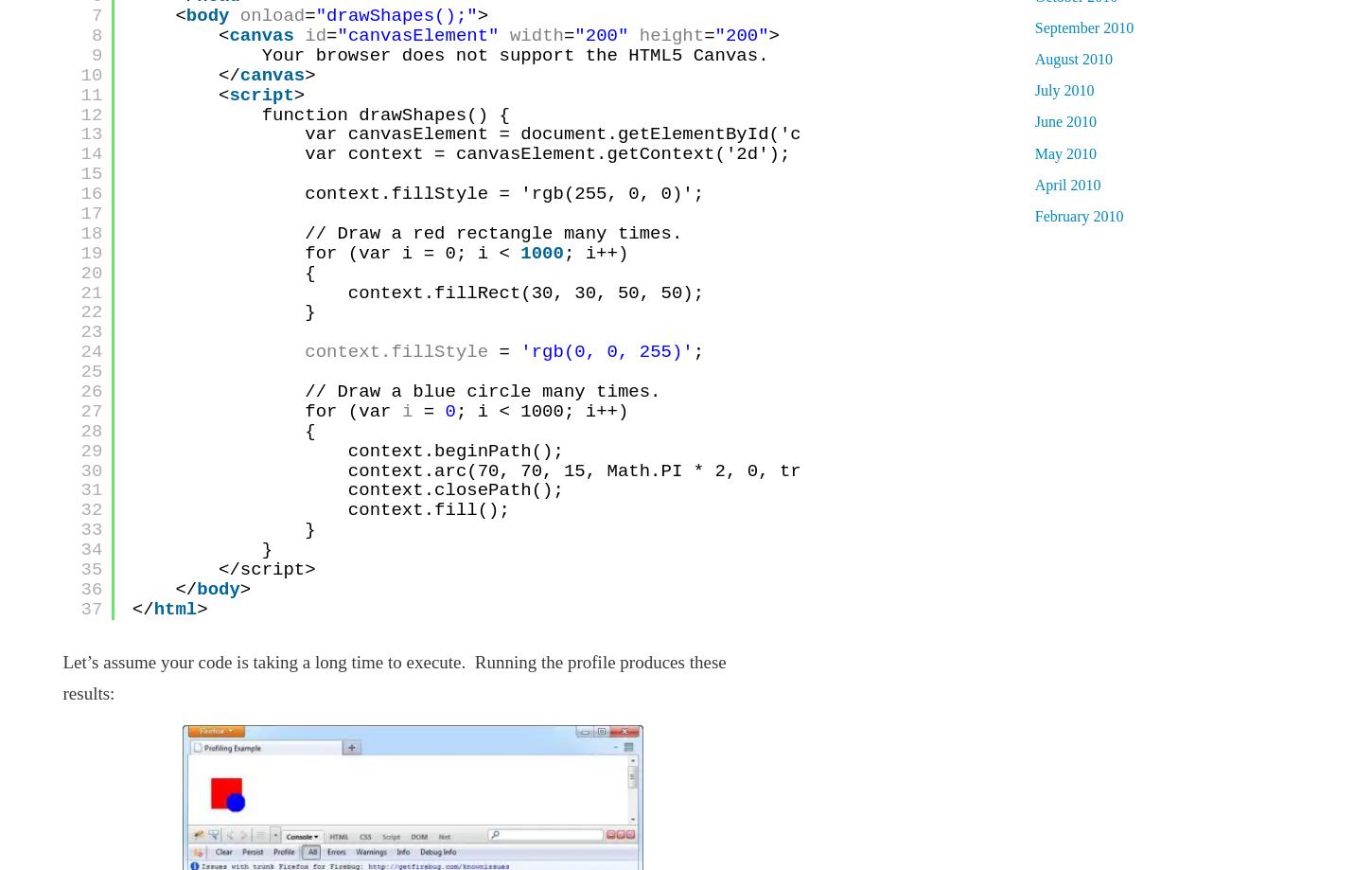  I want to click on '29', so click(91, 450).